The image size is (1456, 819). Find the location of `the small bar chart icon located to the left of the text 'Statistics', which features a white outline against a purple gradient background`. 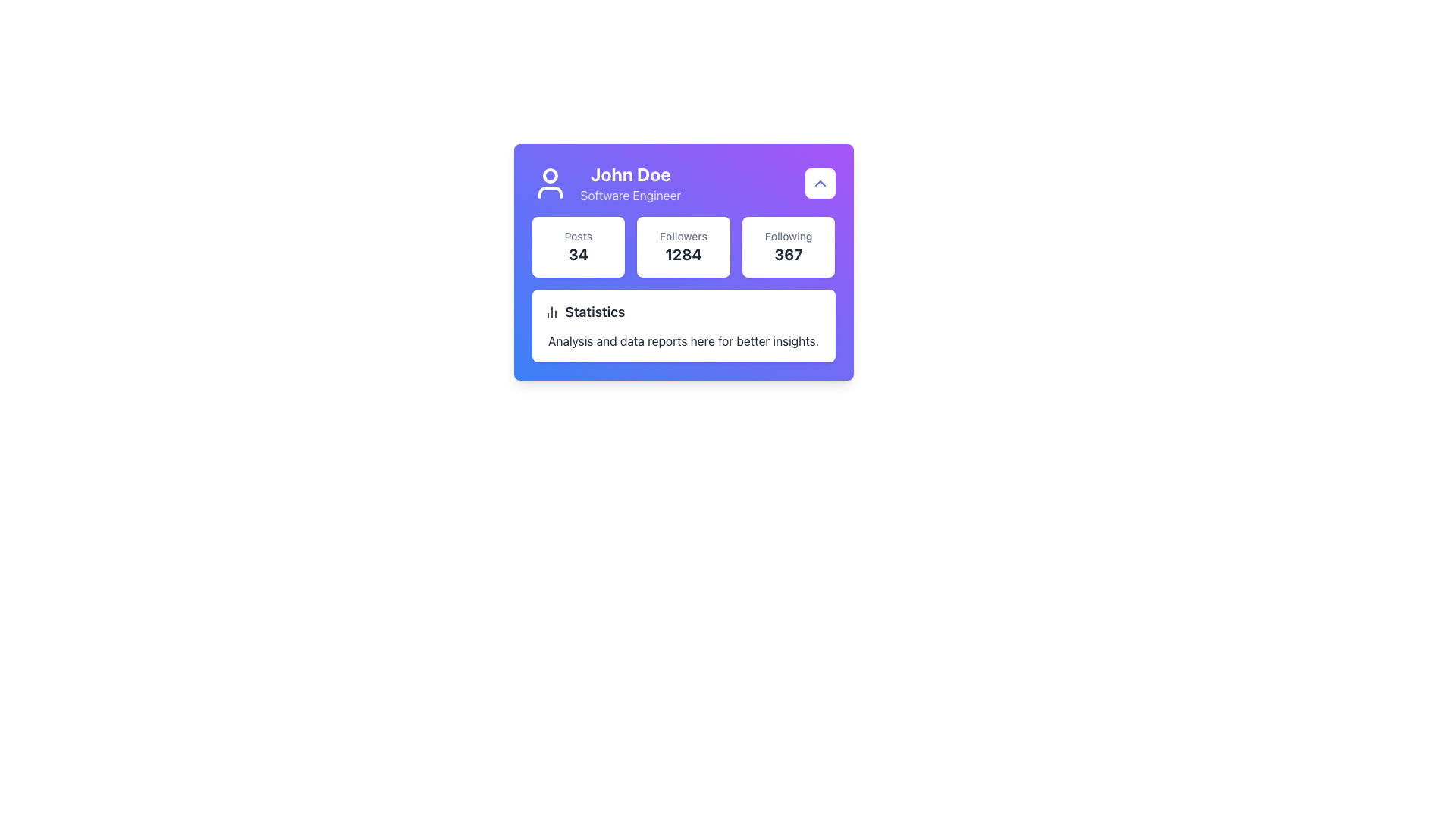

the small bar chart icon located to the left of the text 'Statistics', which features a white outline against a purple gradient background is located at coordinates (551, 312).